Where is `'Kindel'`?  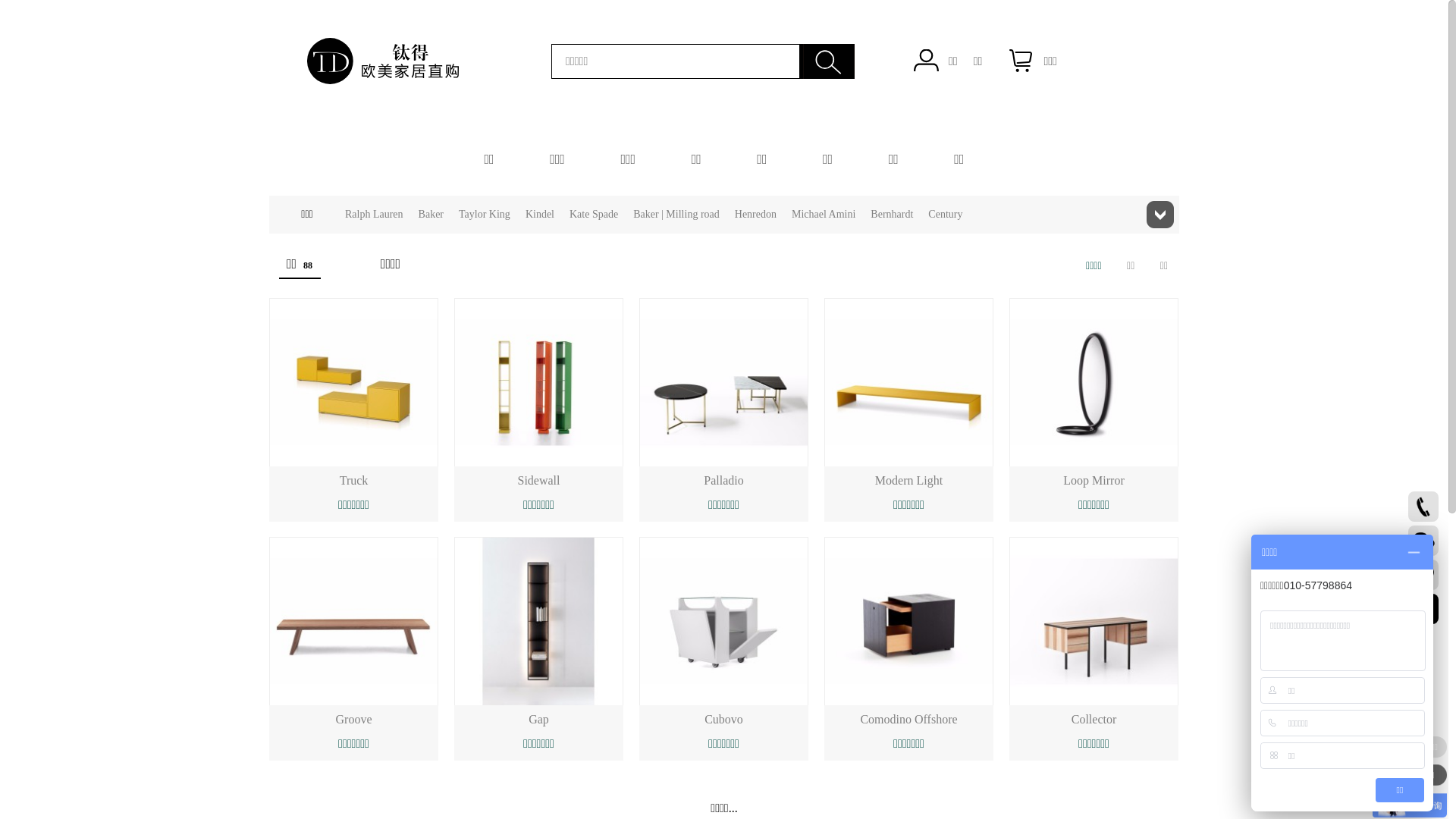
'Kindel' is located at coordinates (525, 214).